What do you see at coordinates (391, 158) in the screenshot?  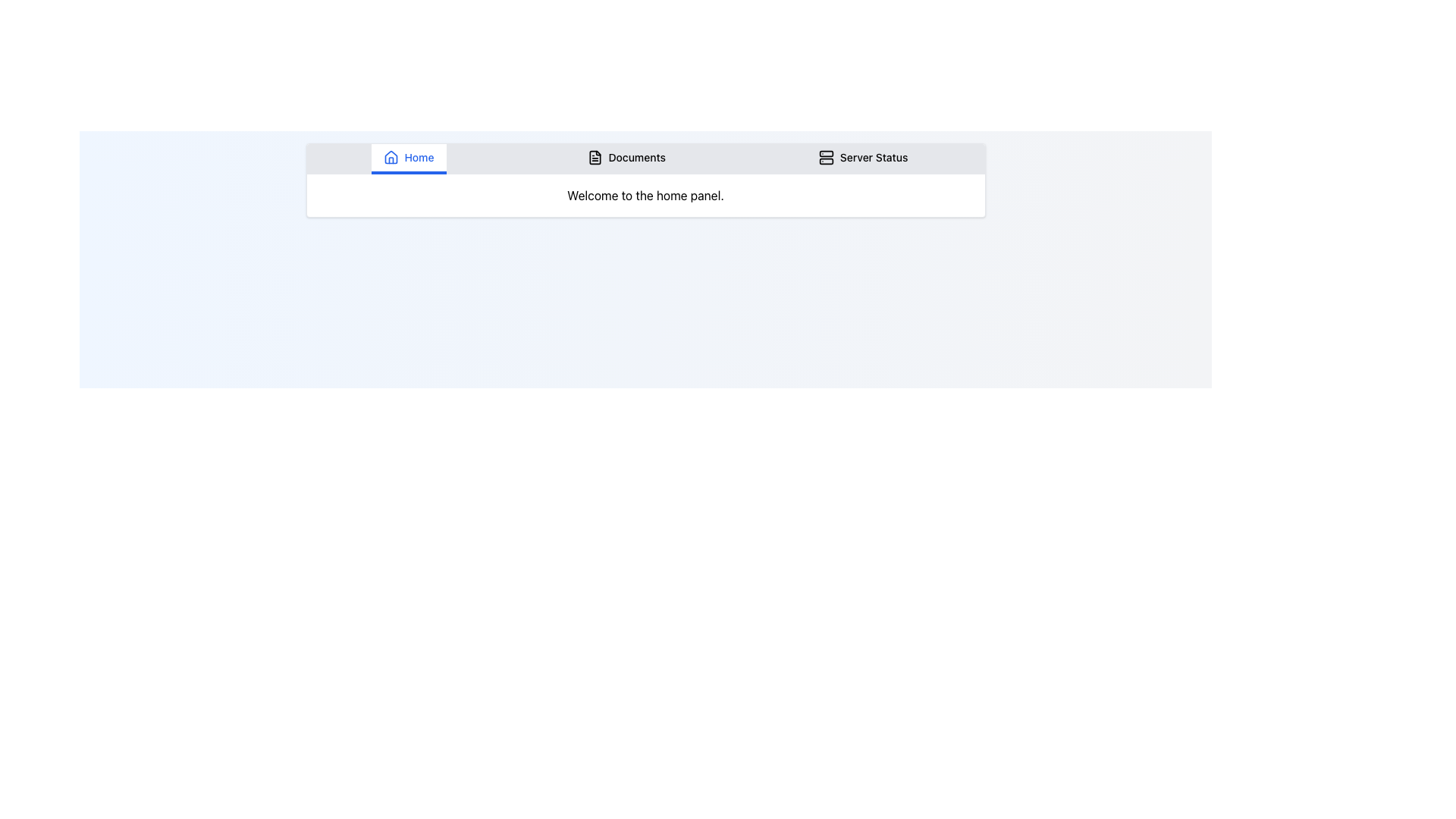 I see `the blue house SVG icon located in the leftmost section of the navigation bar` at bounding box center [391, 158].